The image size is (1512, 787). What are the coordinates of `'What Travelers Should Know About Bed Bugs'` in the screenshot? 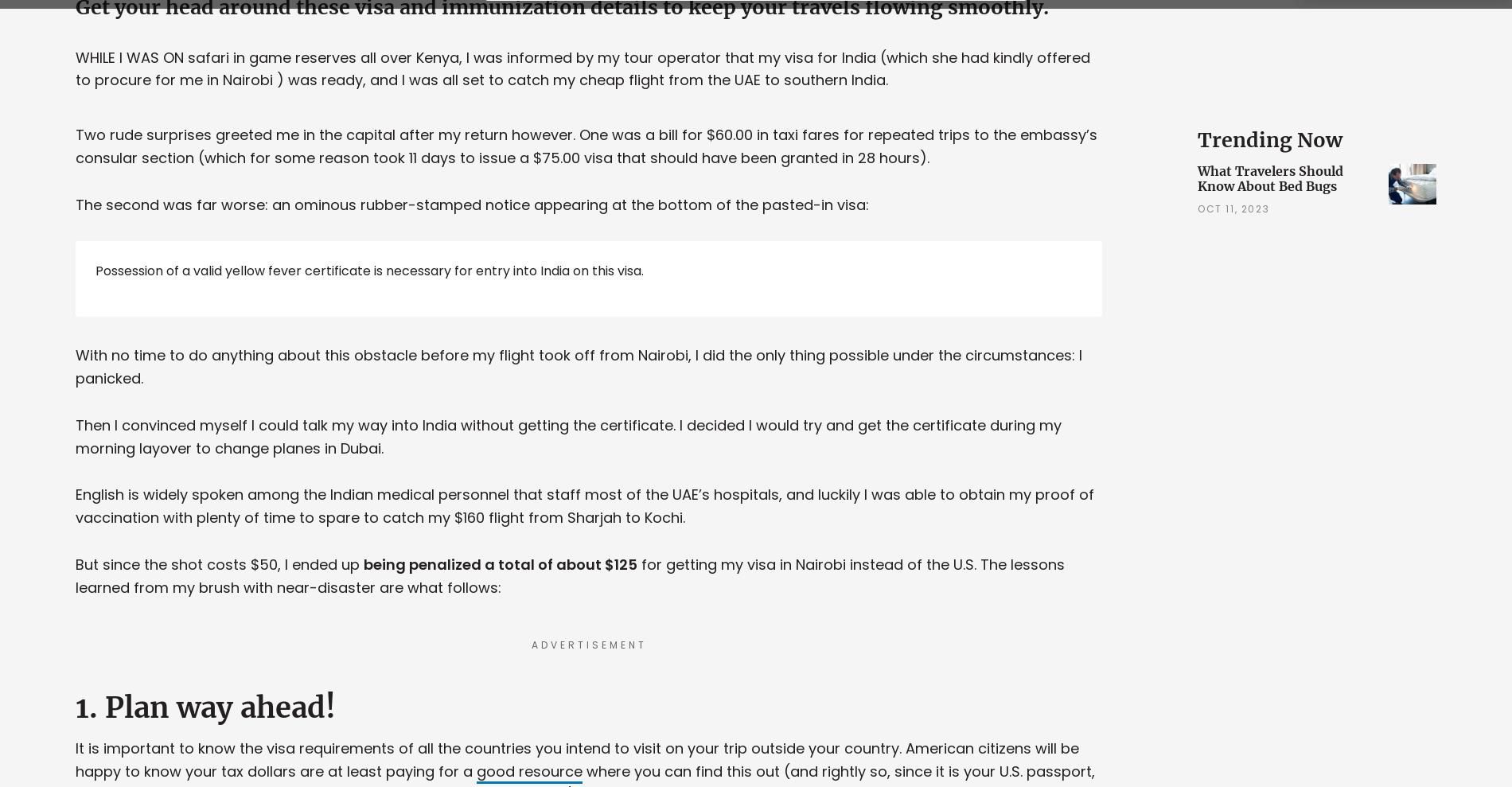 It's located at (1270, 177).